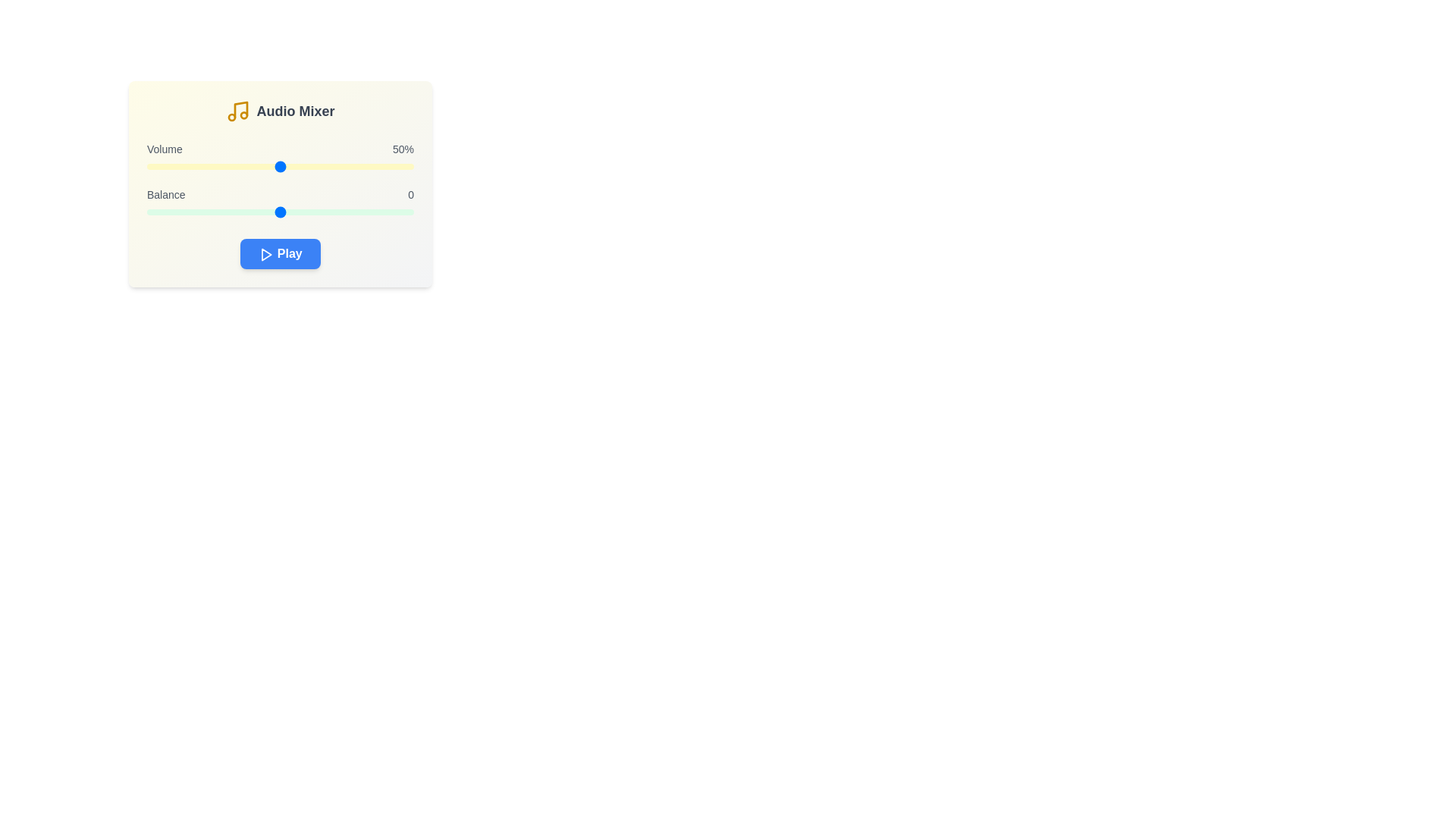  What do you see at coordinates (411, 194) in the screenshot?
I see `numeric balance value displayed in the Text label located in the 'Balance' section, adjacent to the 'Balance' label` at bounding box center [411, 194].